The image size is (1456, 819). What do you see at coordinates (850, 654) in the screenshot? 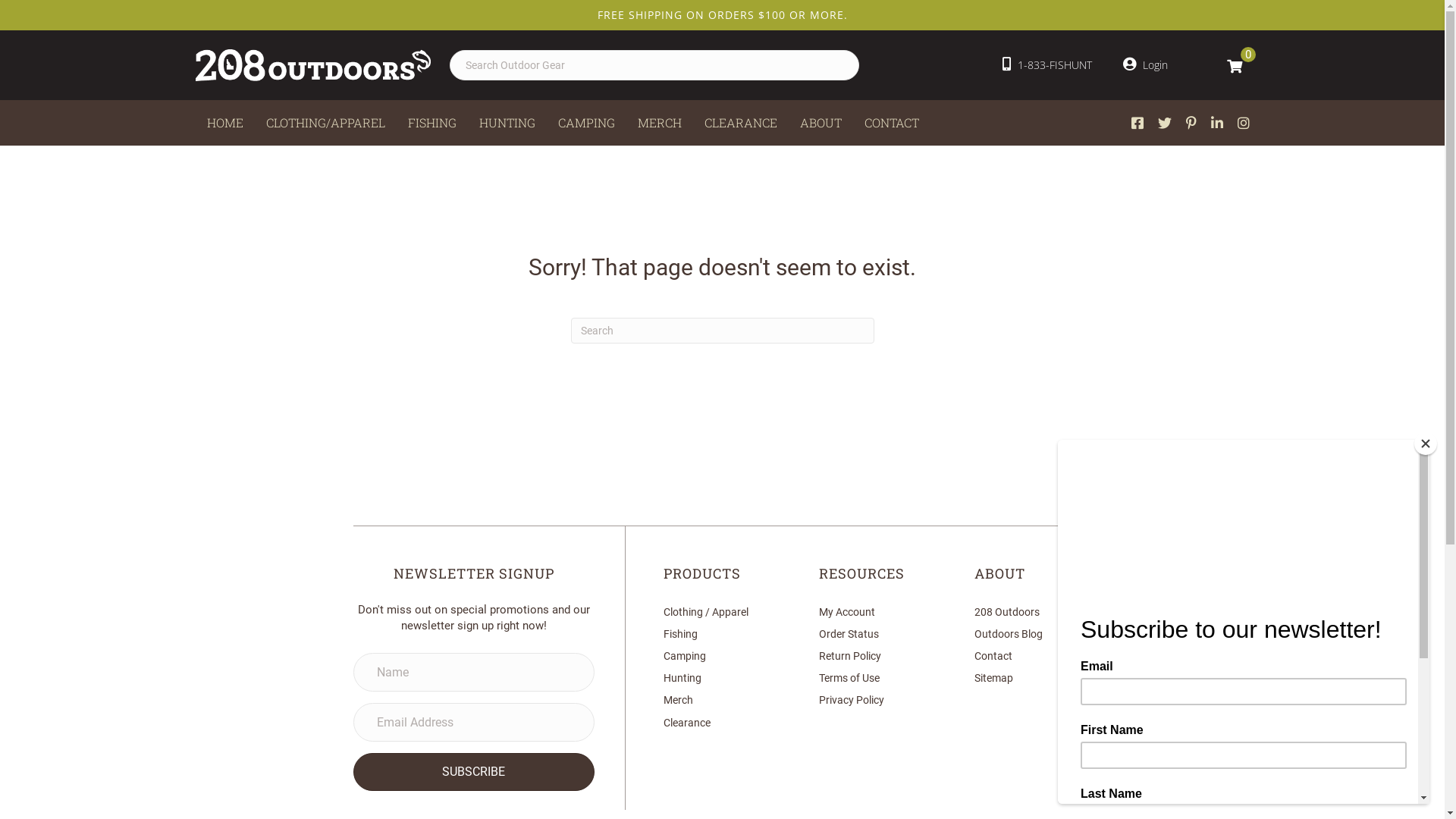
I see `'Return Policy'` at bounding box center [850, 654].